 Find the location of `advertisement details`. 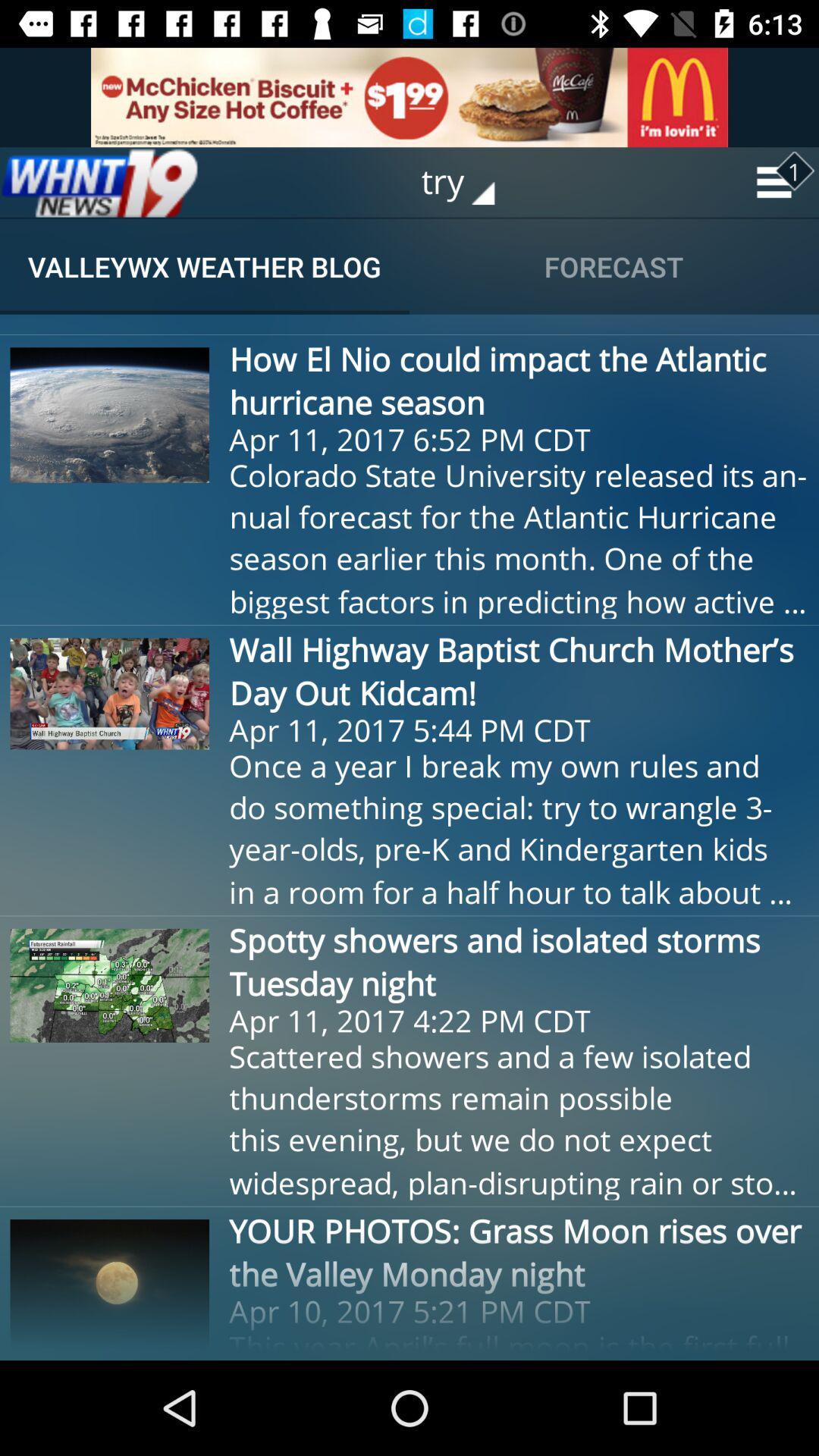

advertisement details is located at coordinates (409, 96).